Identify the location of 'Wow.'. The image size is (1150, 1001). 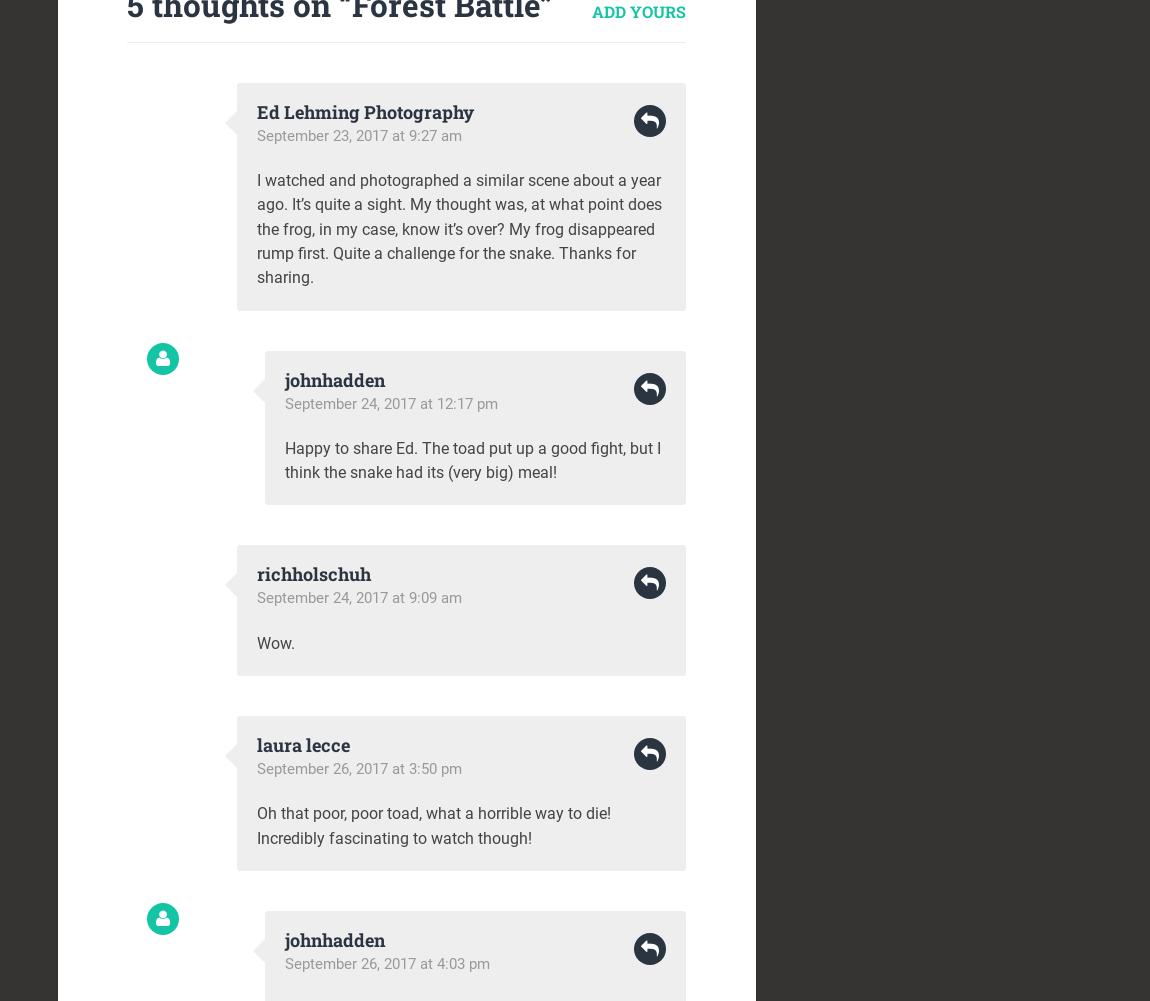
(275, 642).